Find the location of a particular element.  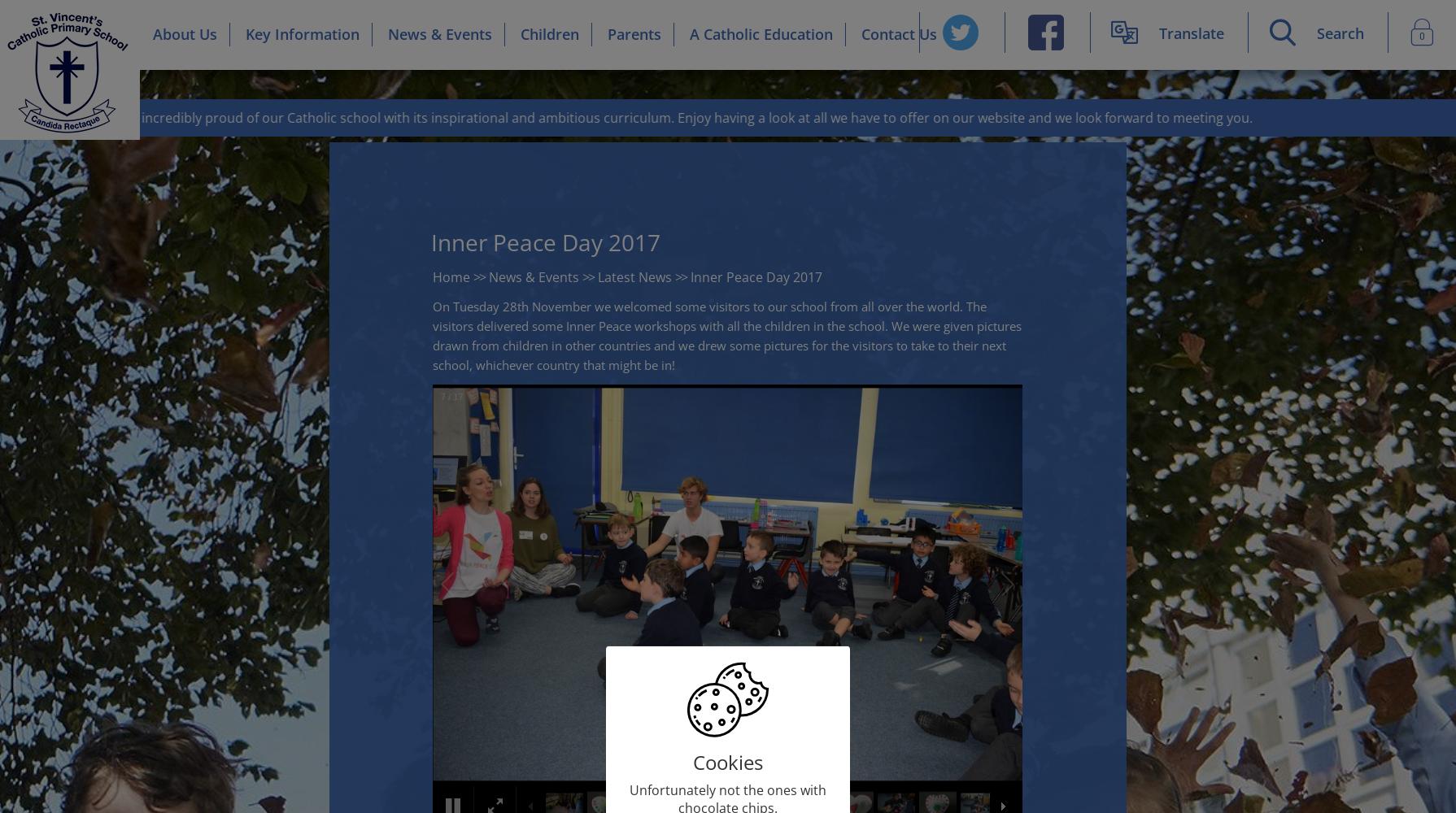

'Home' is located at coordinates (431, 276).